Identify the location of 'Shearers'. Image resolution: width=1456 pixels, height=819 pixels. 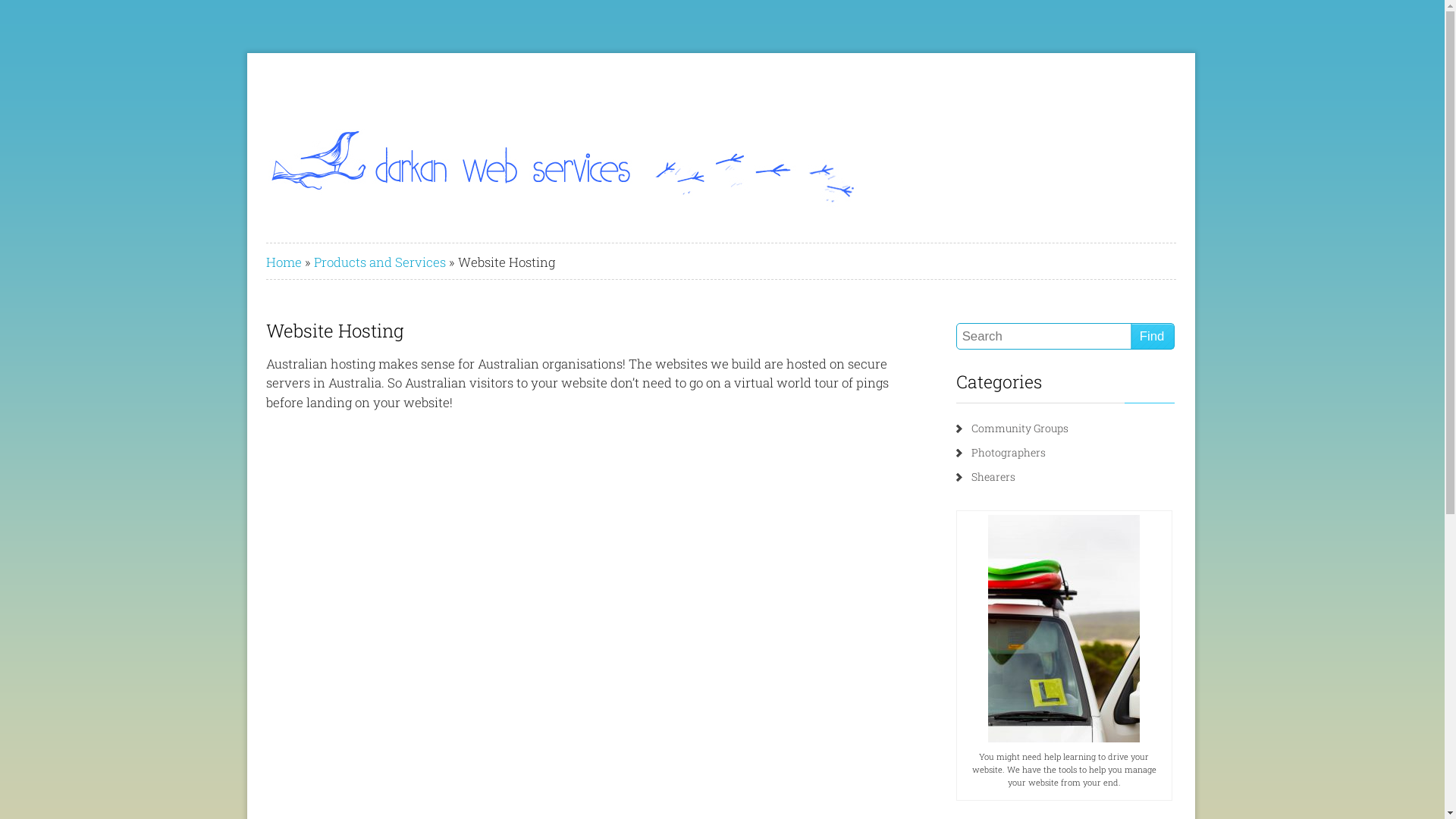
(971, 475).